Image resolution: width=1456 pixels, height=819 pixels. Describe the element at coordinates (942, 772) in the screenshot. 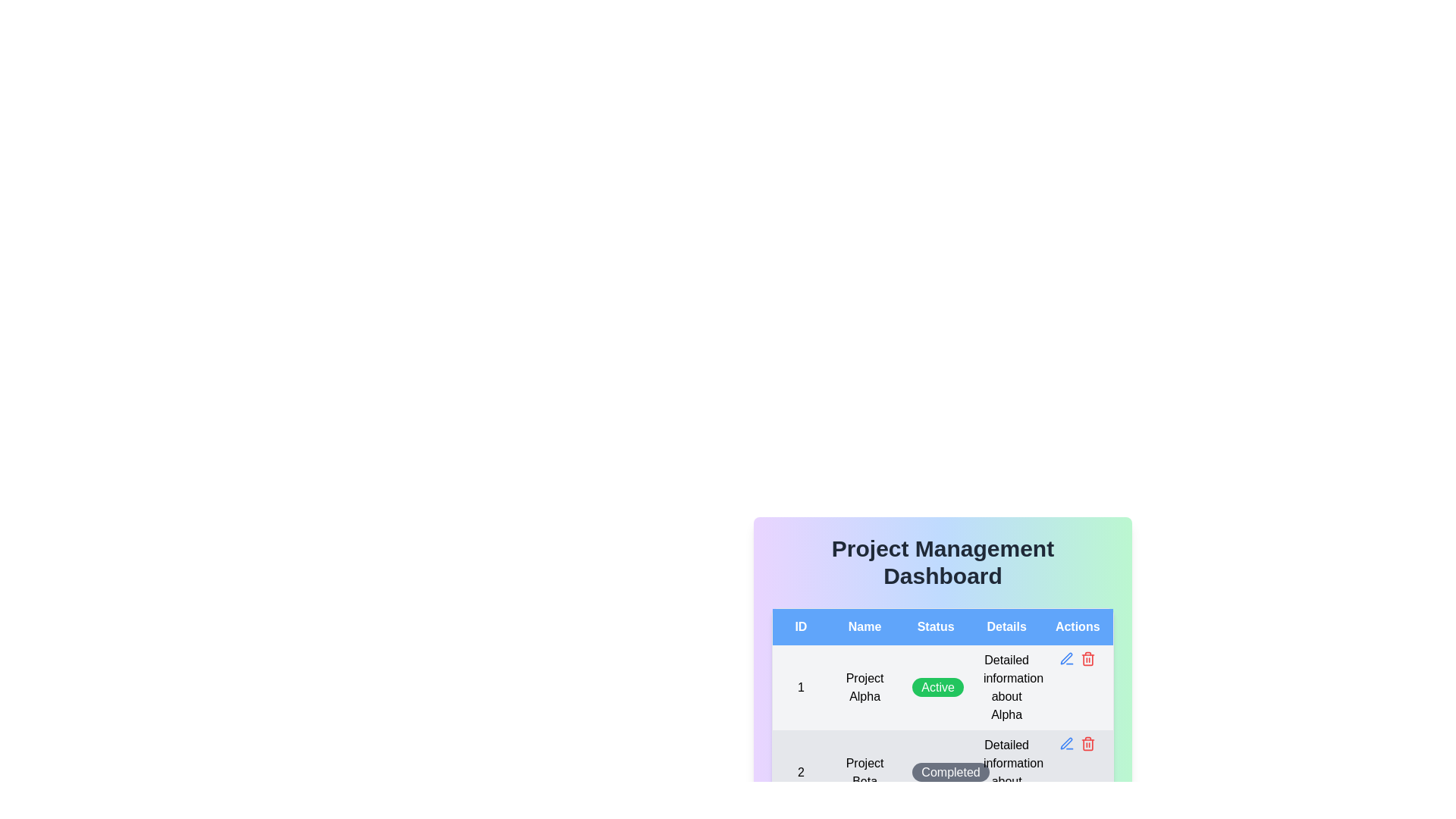

I see `the 'Completed' status label in the second row of the table for 'Project Beta'` at that location.